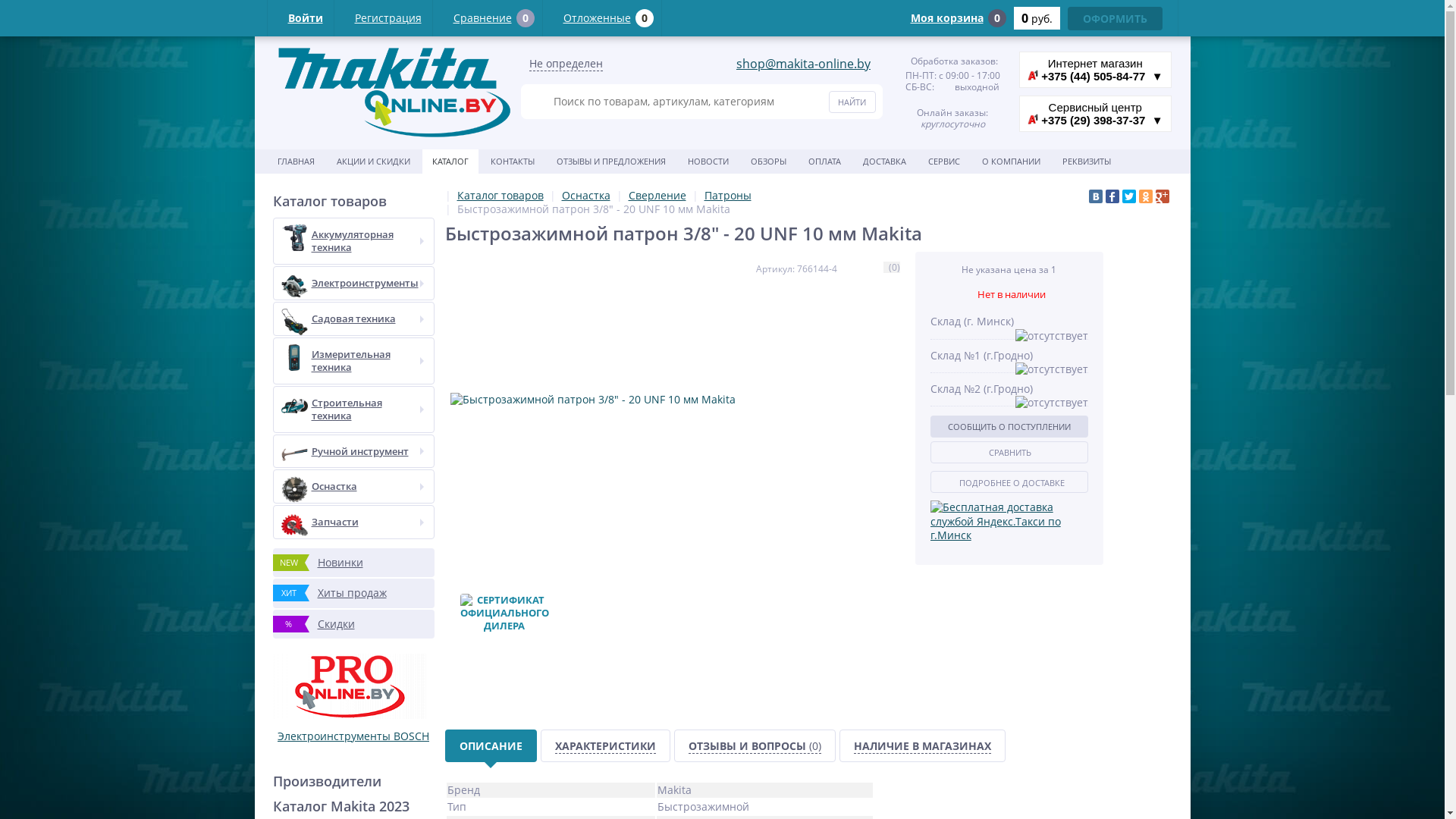 The height and width of the screenshot is (819, 1456). I want to click on 'Facebook', so click(1106, 195).